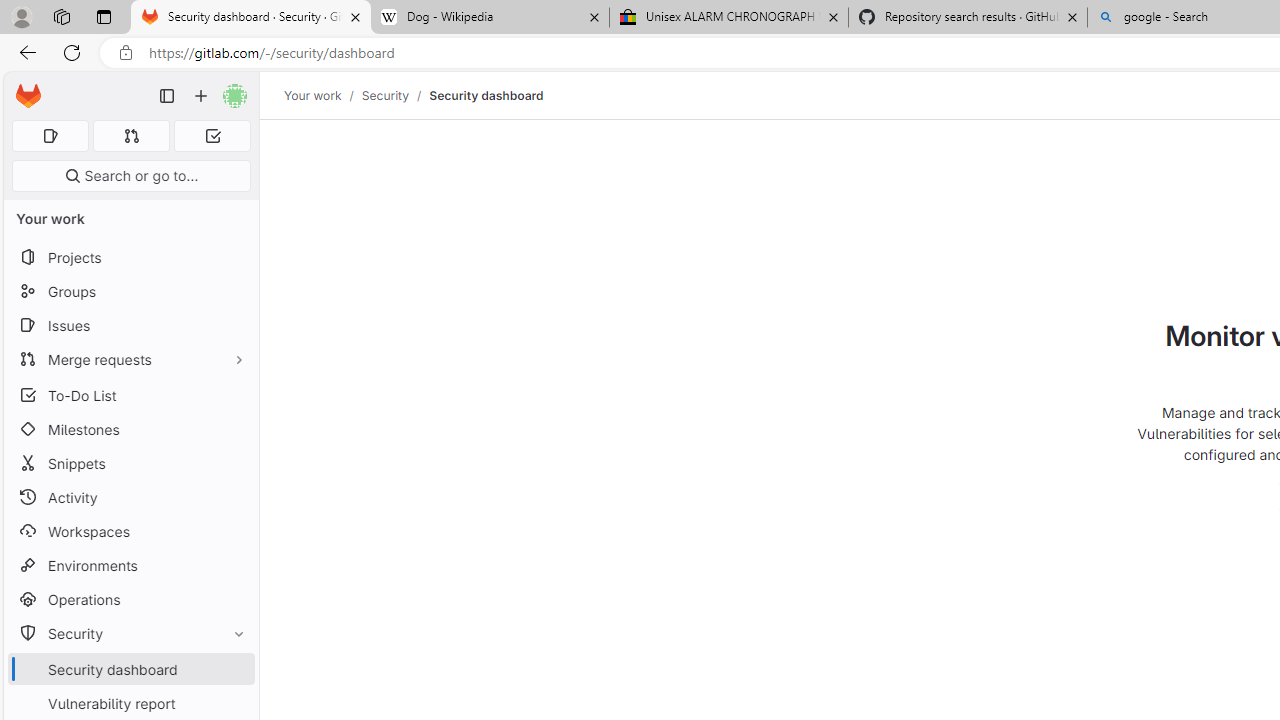  What do you see at coordinates (130, 702) in the screenshot?
I see `'Vulnerability report'` at bounding box center [130, 702].